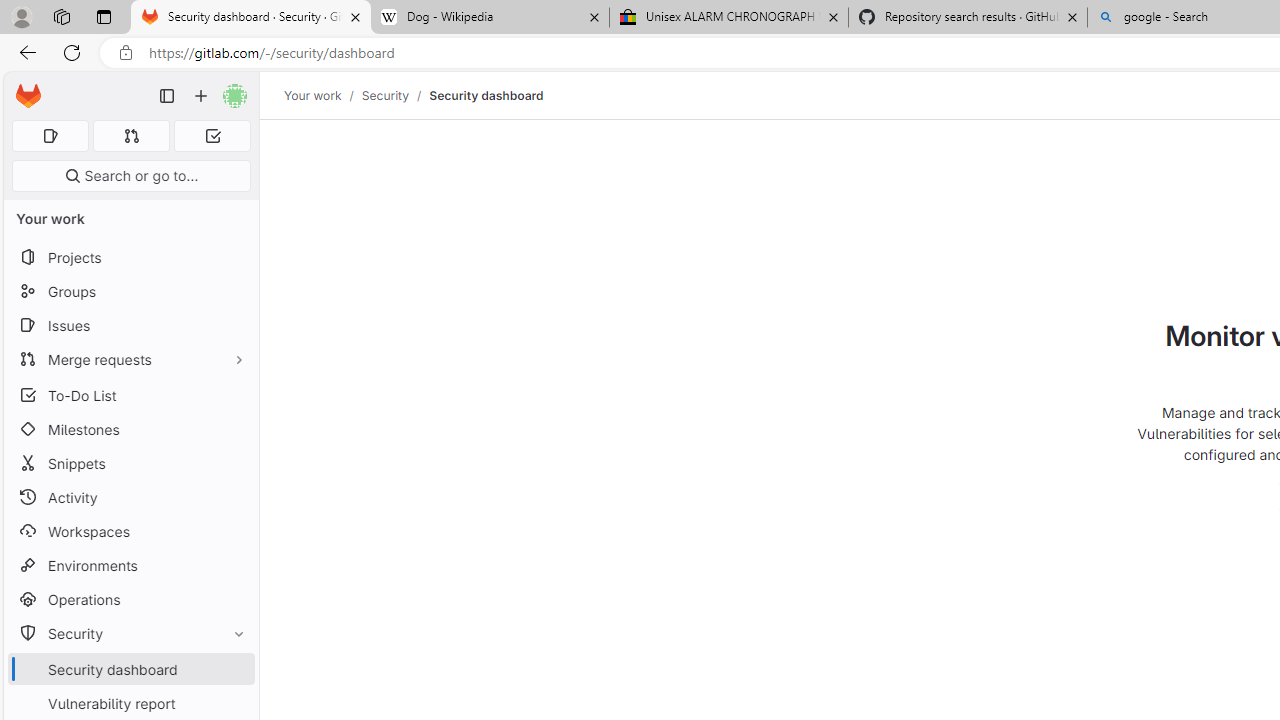  What do you see at coordinates (130, 702) in the screenshot?
I see `'Vulnerability report'` at bounding box center [130, 702].